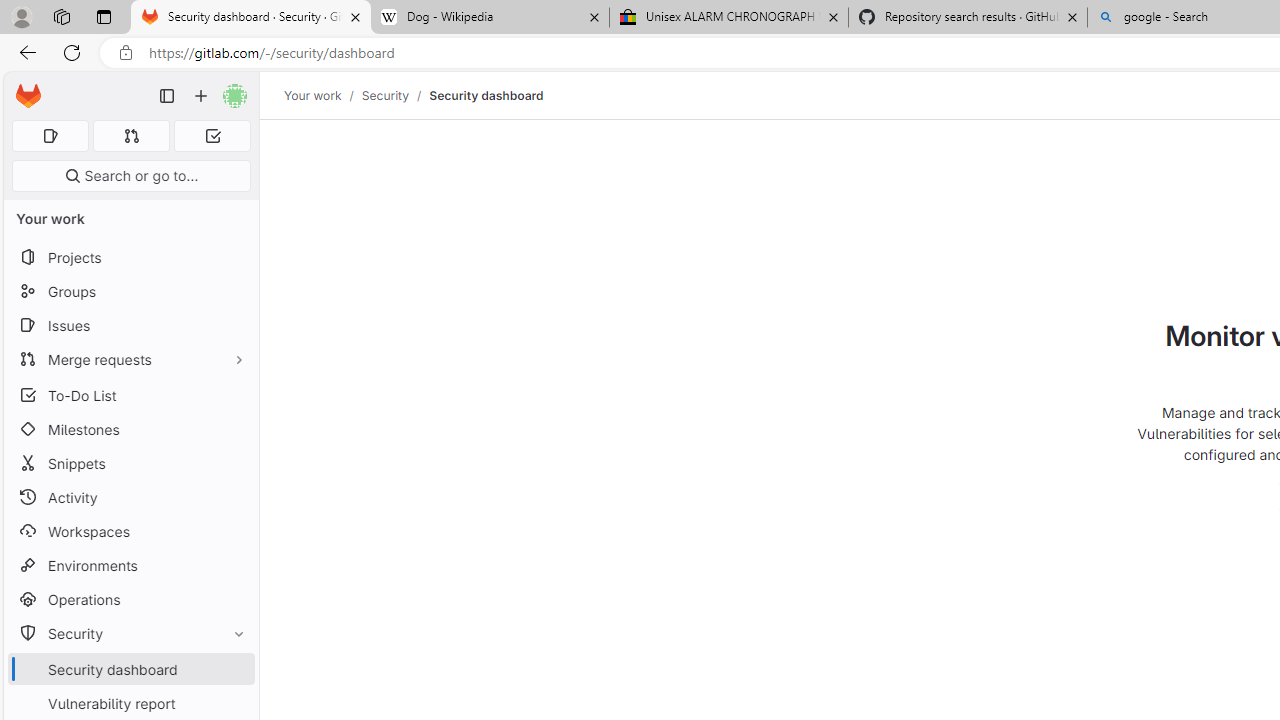  What do you see at coordinates (130, 702) in the screenshot?
I see `'Vulnerability report'` at bounding box center [130, 702].